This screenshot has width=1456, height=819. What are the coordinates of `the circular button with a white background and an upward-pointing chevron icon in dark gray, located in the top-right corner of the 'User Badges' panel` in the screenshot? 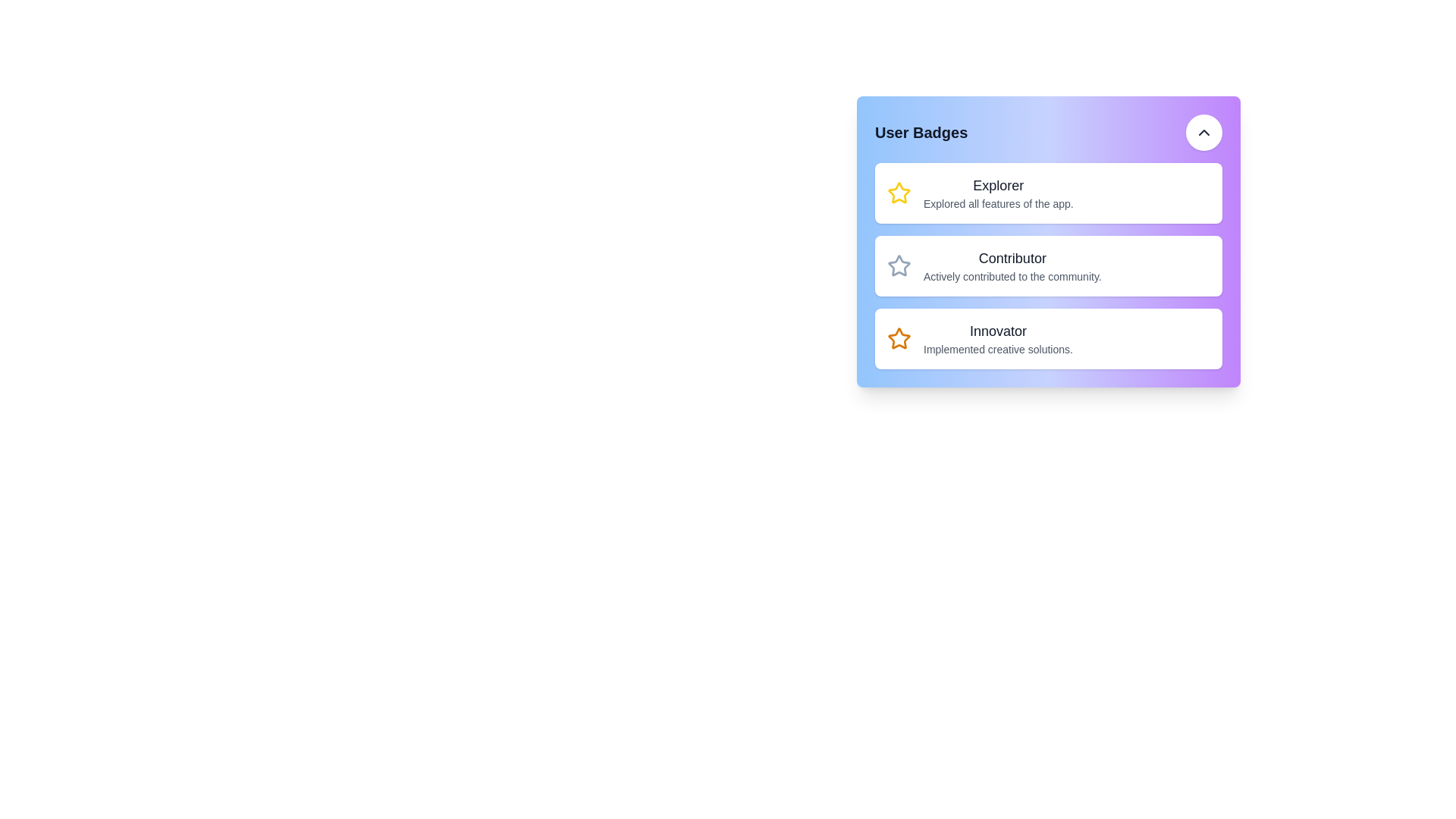 It's located at (1203, 131).